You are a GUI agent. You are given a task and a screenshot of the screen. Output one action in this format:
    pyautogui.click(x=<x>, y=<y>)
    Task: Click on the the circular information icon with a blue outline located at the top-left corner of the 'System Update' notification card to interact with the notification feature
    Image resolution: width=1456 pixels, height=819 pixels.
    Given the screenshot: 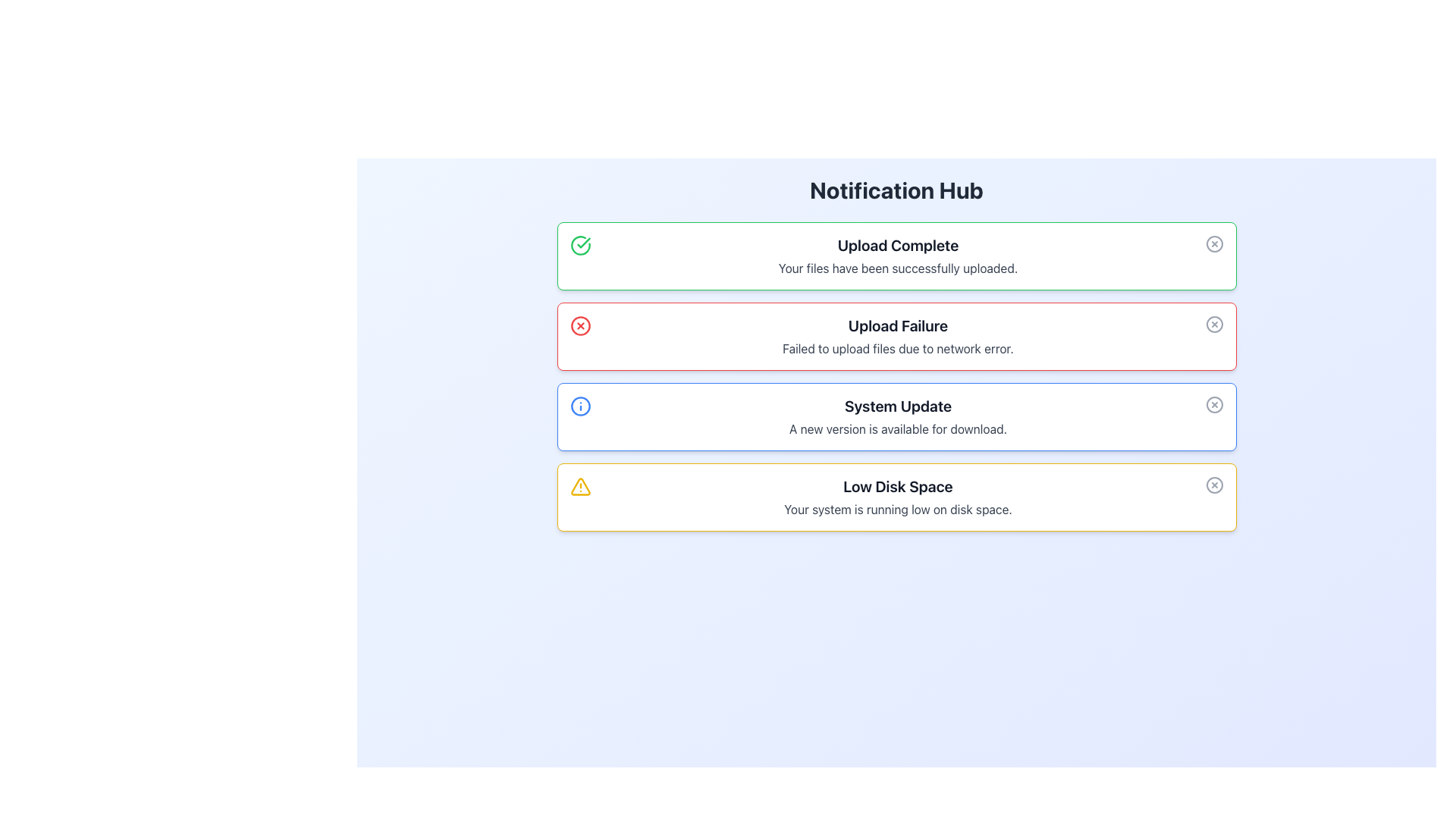 What is the action you would take?
    pyautogui.click(x=579, y=406)
    